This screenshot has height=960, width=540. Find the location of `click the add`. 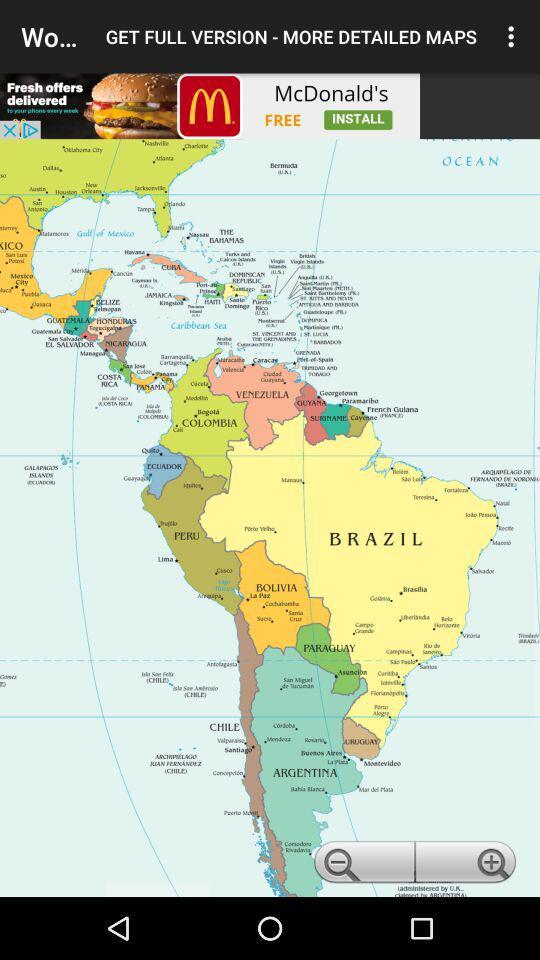

click the add is located at coordinates (209, 106).